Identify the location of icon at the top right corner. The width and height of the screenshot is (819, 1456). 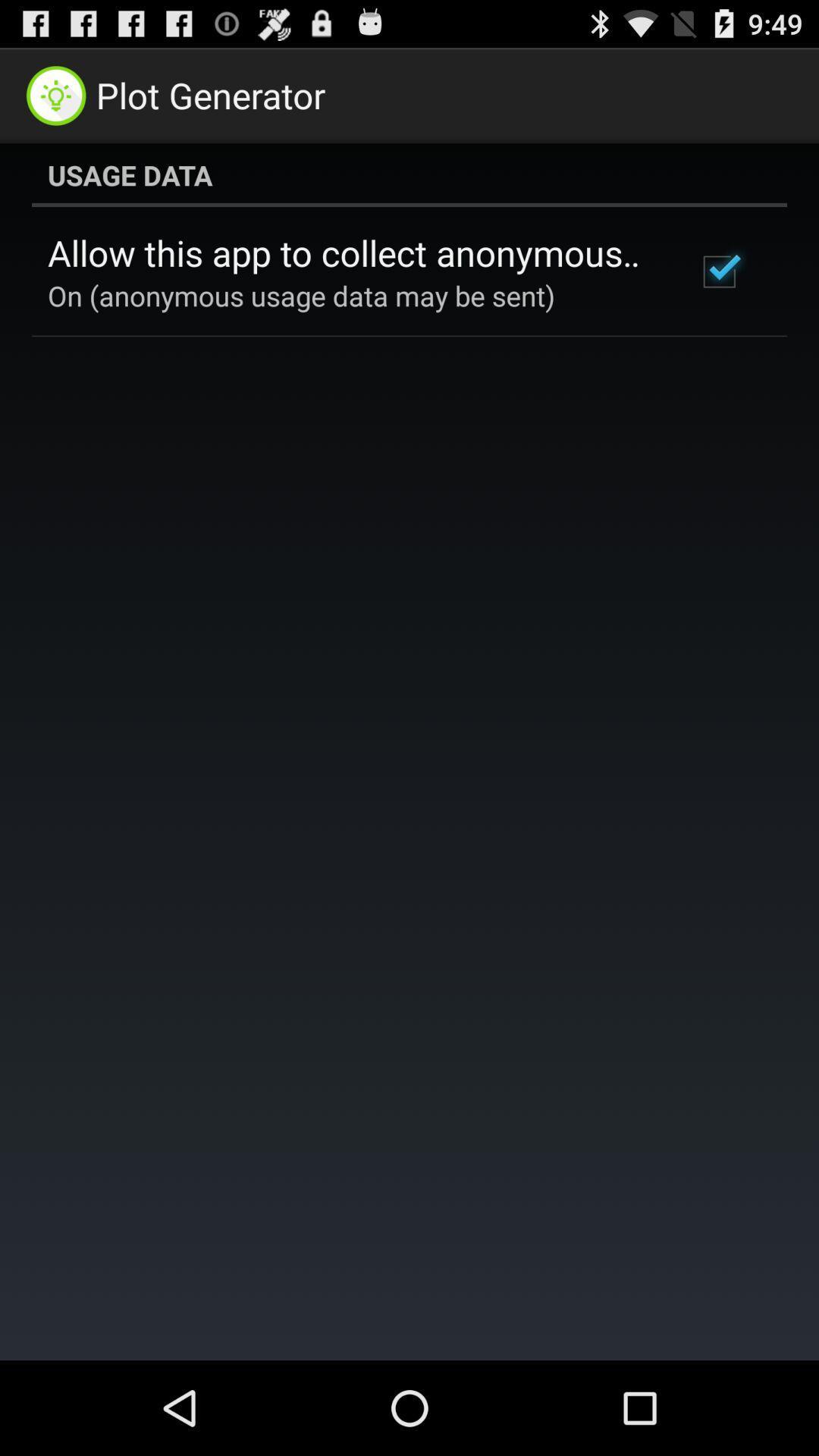
(718, 271).